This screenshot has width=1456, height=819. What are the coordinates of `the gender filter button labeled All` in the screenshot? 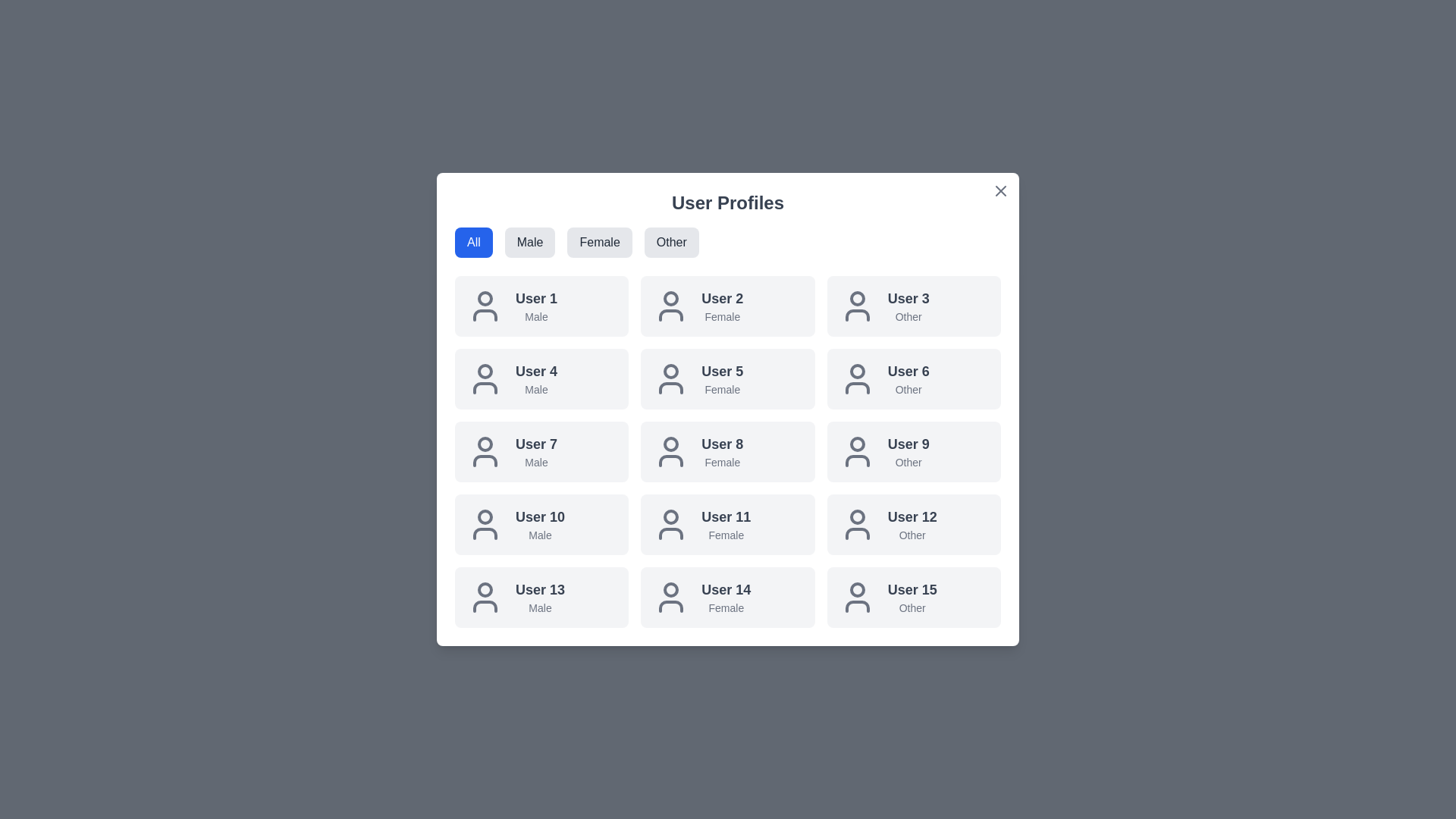 It's located at (472, 242).